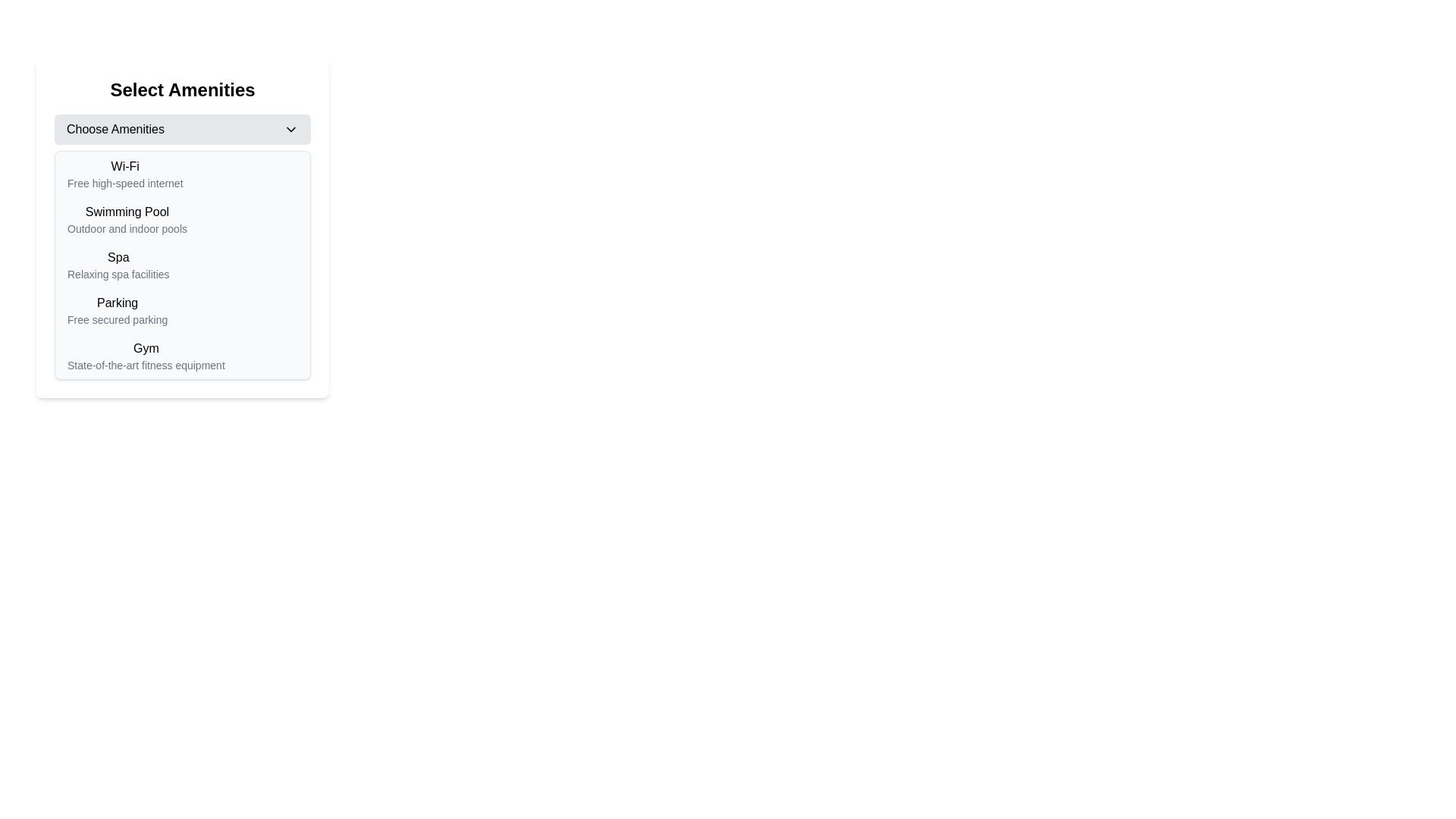 This screenshot has height=819, width=1456. Describe the element at coordinates (127, 219) in the screenshot. I see `the 'Swimming Pool' text block in the 'Select Amenities' section` at that location.